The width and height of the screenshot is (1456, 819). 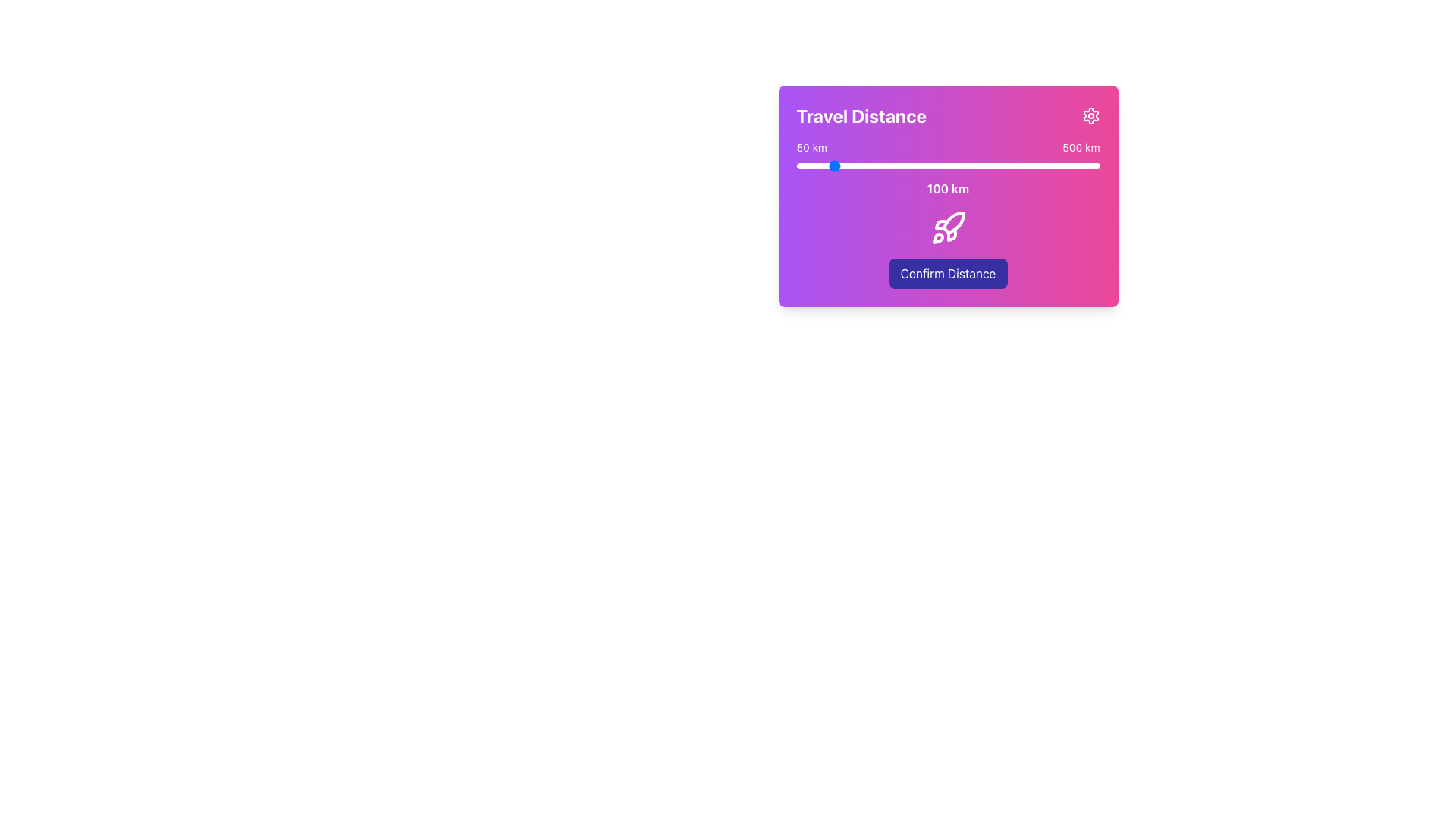 I want to click on the travel distance, so click(x=1043, y=166).